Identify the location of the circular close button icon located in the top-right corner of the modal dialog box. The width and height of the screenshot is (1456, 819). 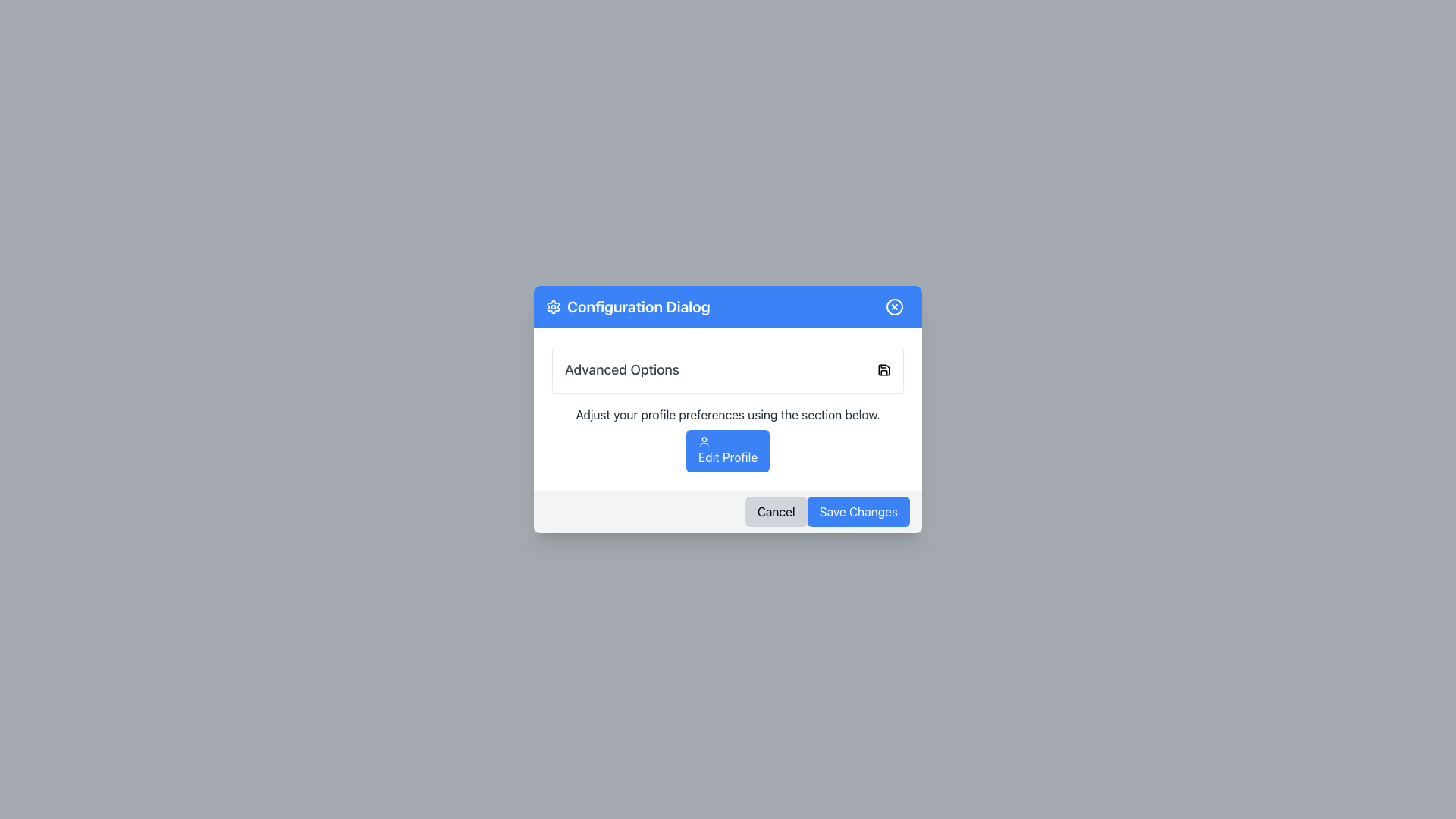
(895, 307).